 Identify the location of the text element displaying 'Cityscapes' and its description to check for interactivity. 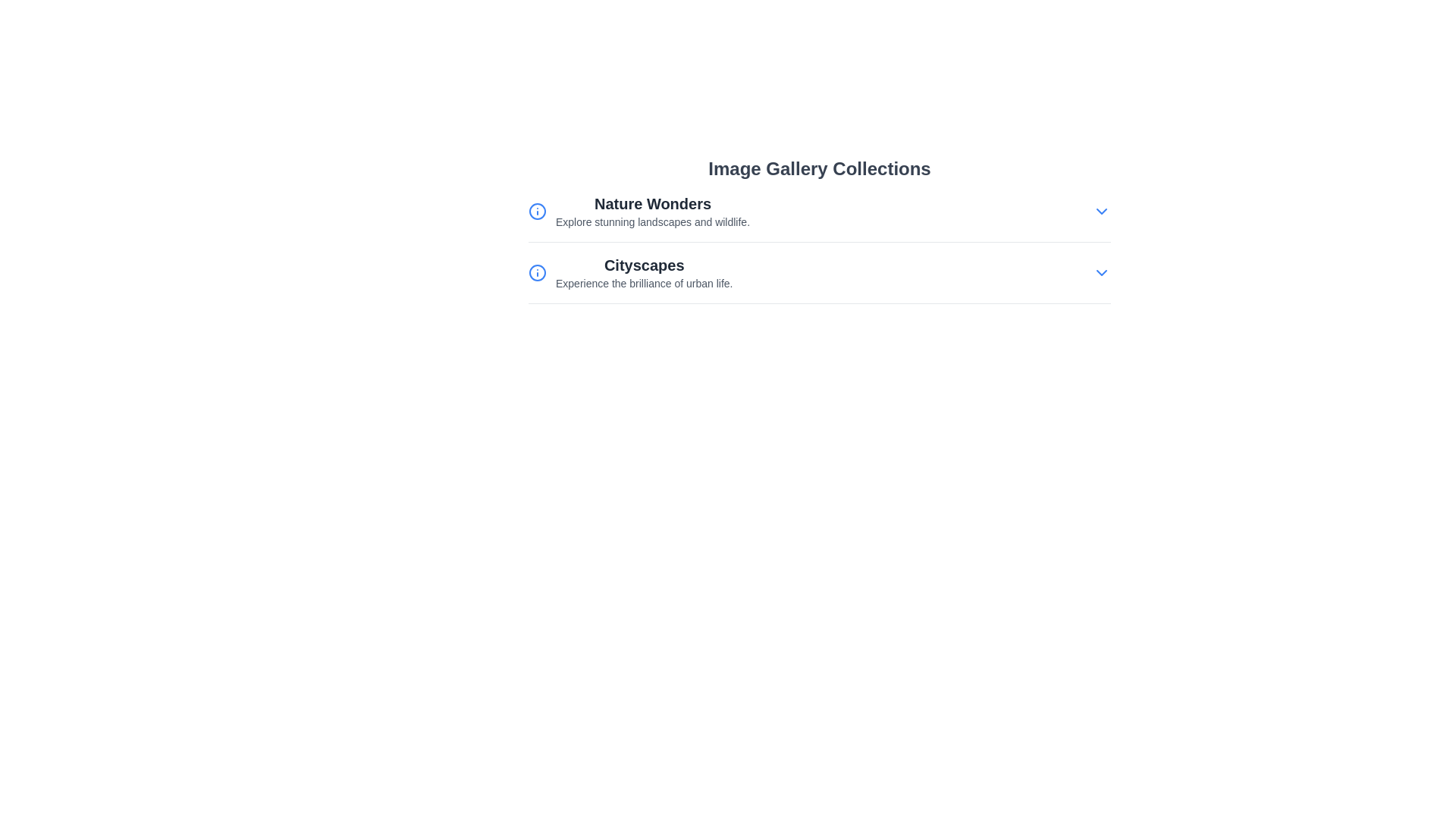
(644, 271).